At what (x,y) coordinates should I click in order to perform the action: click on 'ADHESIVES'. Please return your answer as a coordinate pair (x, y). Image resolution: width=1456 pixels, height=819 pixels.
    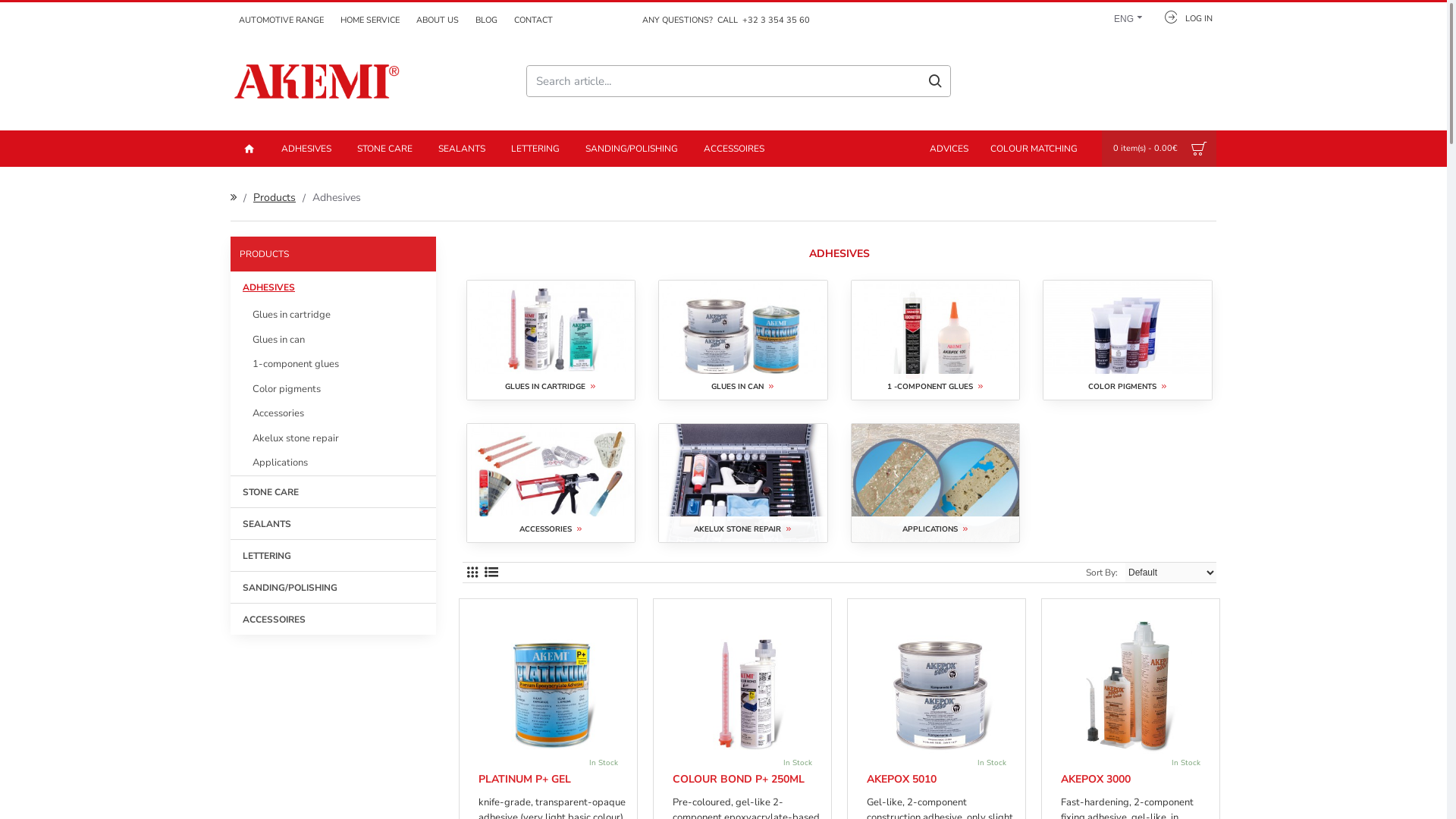
    Looking at the image, I should click on (305, 149).